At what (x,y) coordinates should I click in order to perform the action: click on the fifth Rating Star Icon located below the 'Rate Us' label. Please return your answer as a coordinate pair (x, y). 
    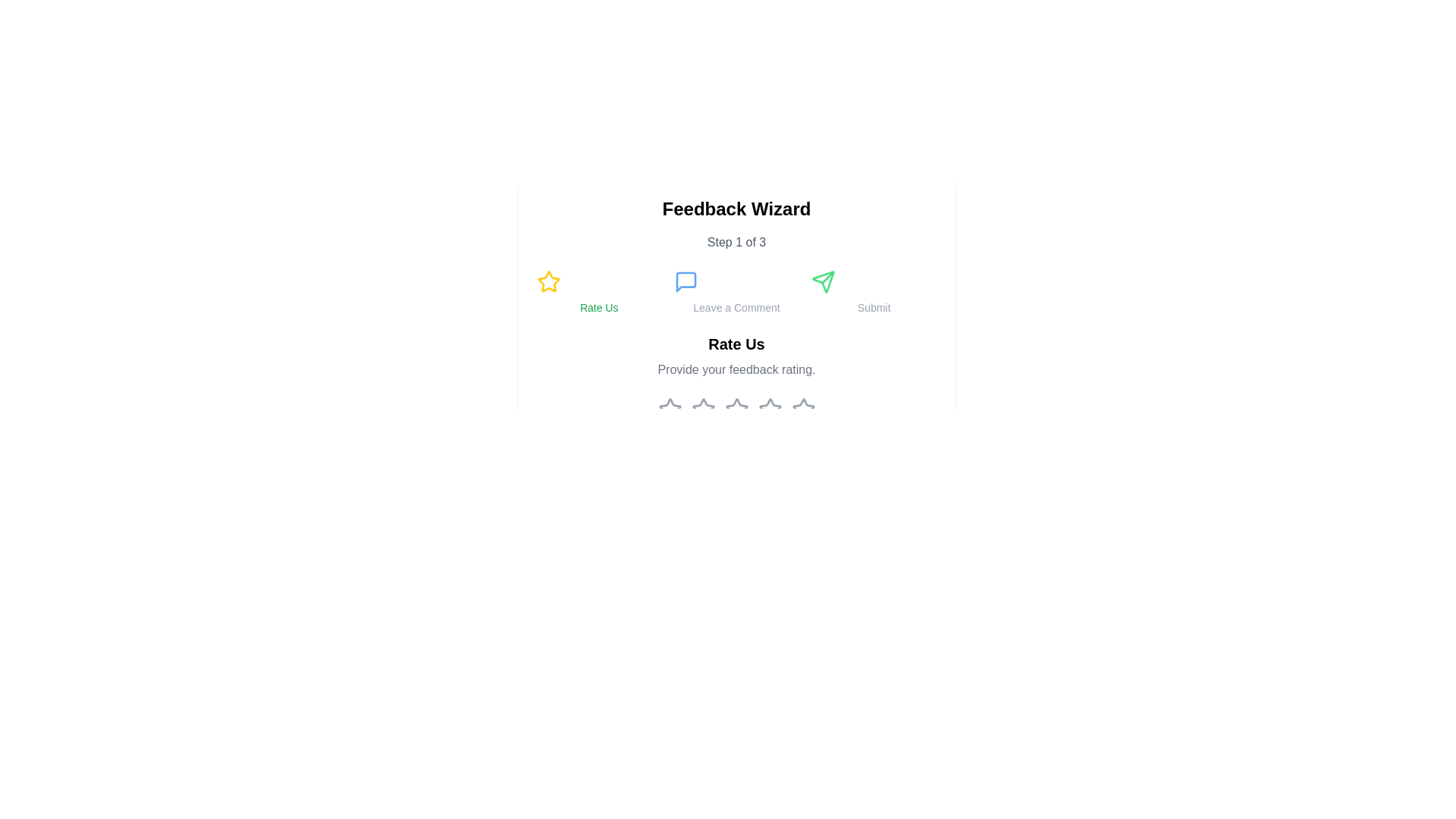
    Looking at the image, I should click on (770, 408).